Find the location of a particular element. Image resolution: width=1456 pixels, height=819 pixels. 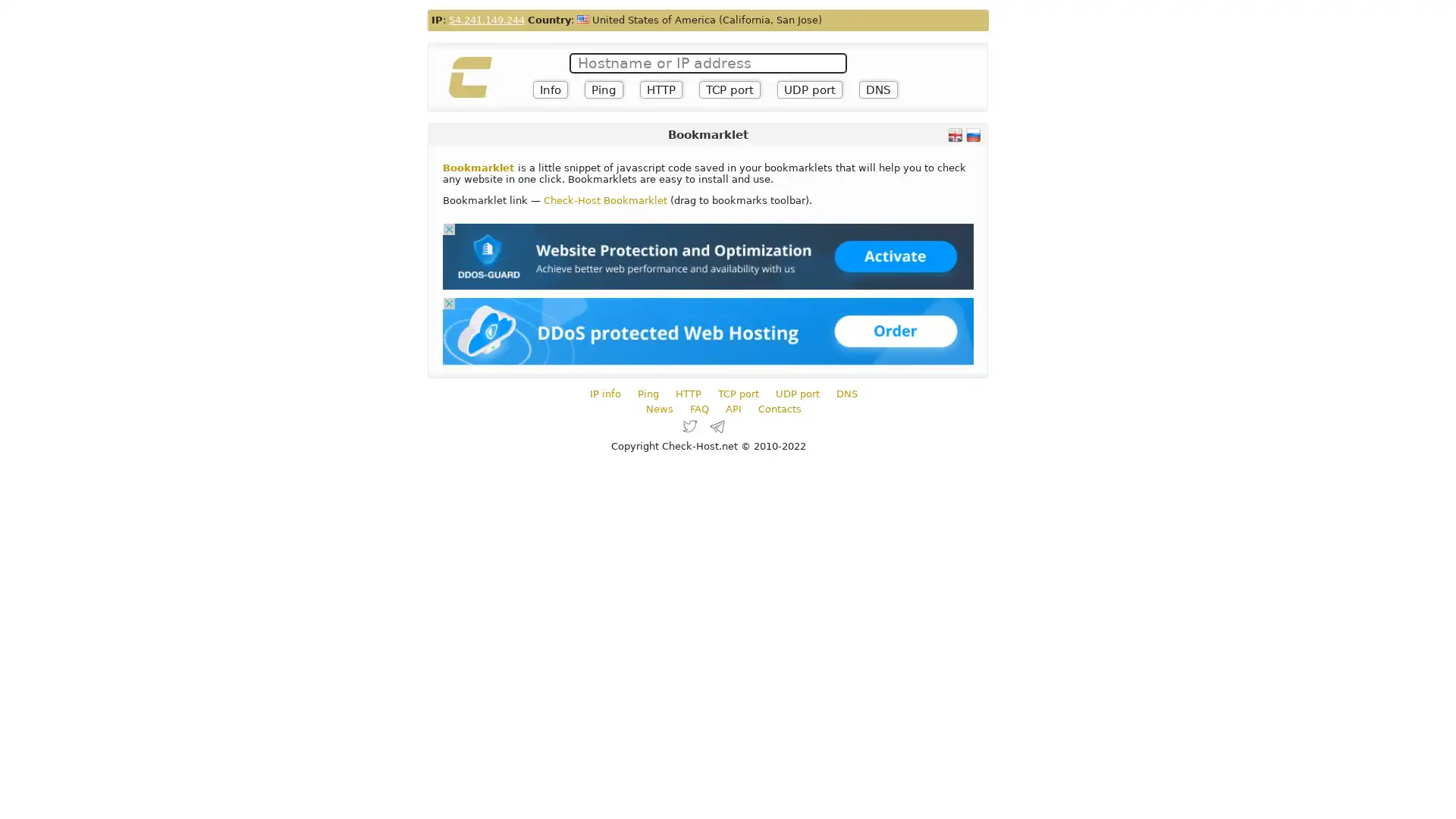

TCP port is located at coordinates (729, 89).